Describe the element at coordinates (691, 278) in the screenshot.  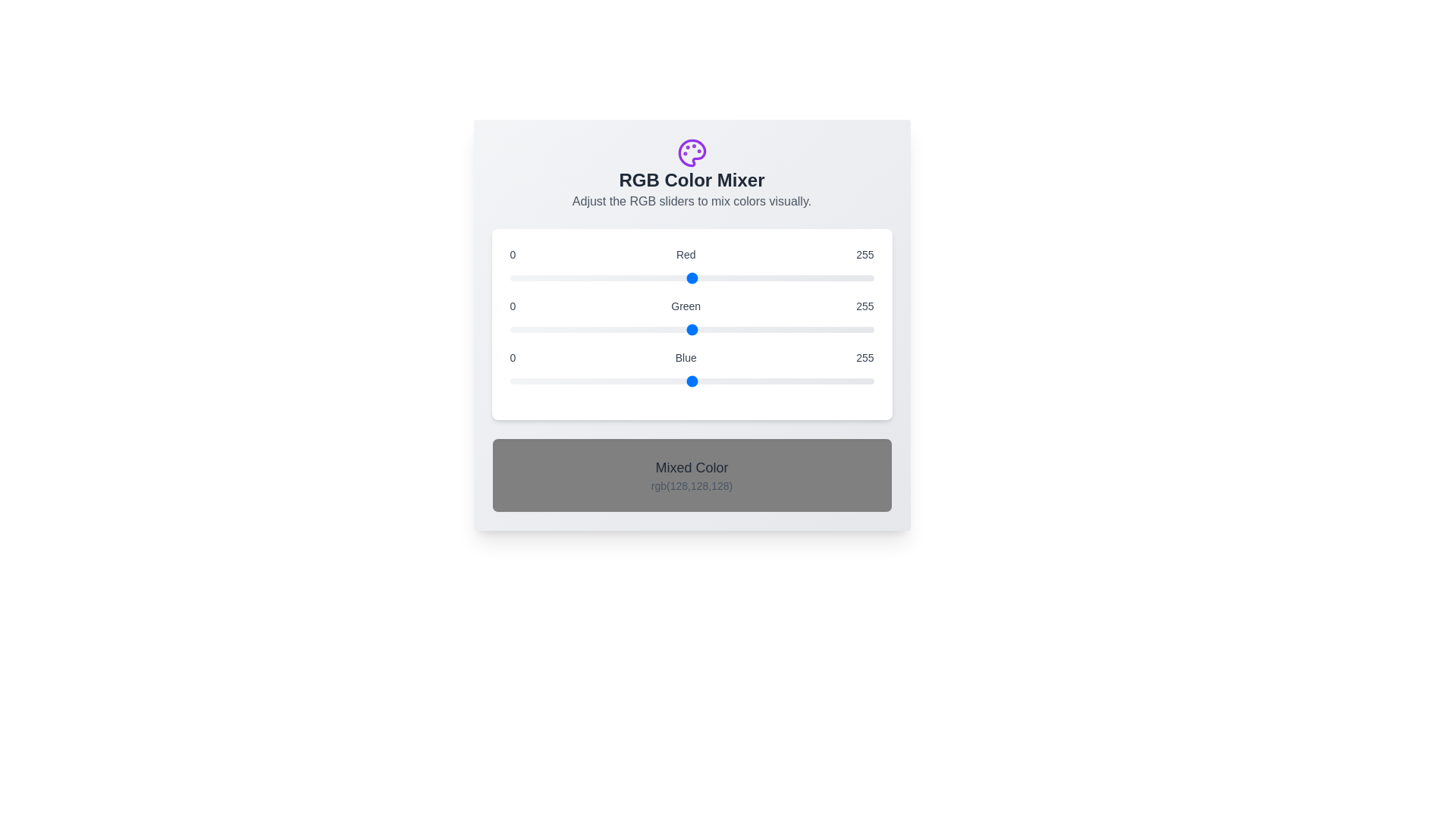
I see `the 0 slider to the value 101 to observe the resulting mixed color` at that location.